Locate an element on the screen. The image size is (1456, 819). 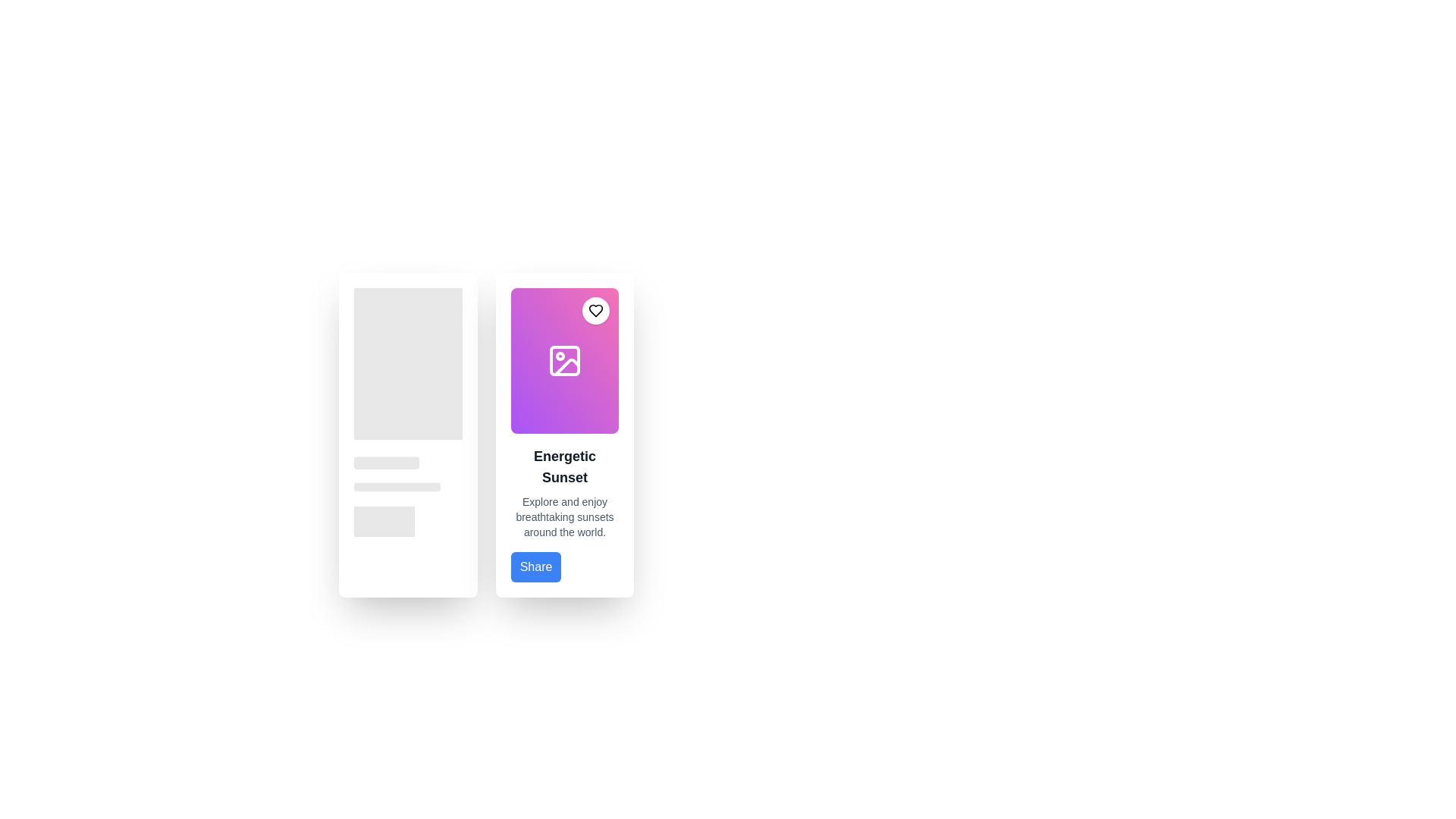
the Skeleton loading placeholder, which is a light gray, rounded rectangular element located in the leftmost card, second from the top in a vertical stack of placeholders is located at coordinates (408, 461).